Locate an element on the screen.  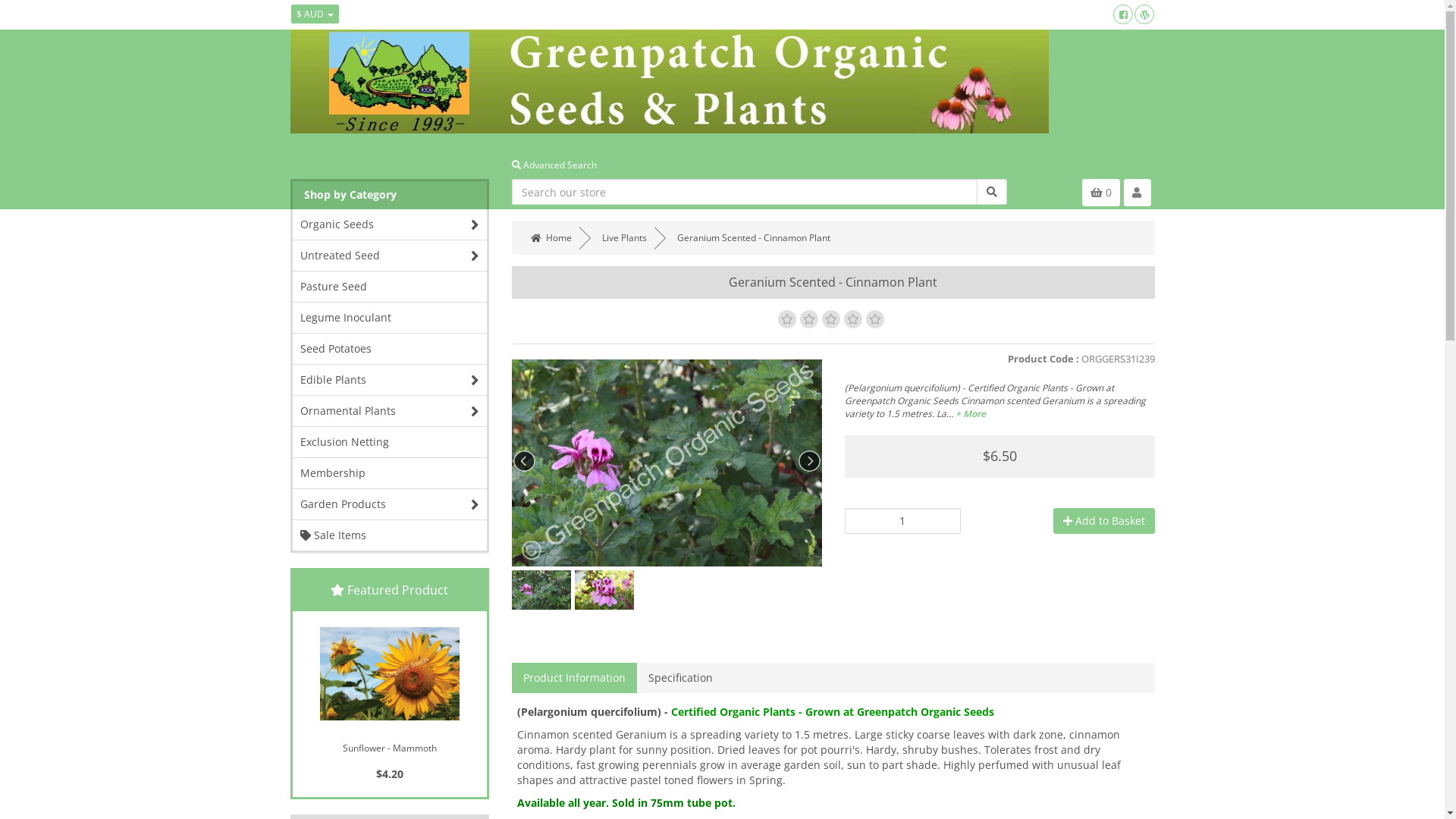
'Add to Basket' is located at coordinates (1103, 519).